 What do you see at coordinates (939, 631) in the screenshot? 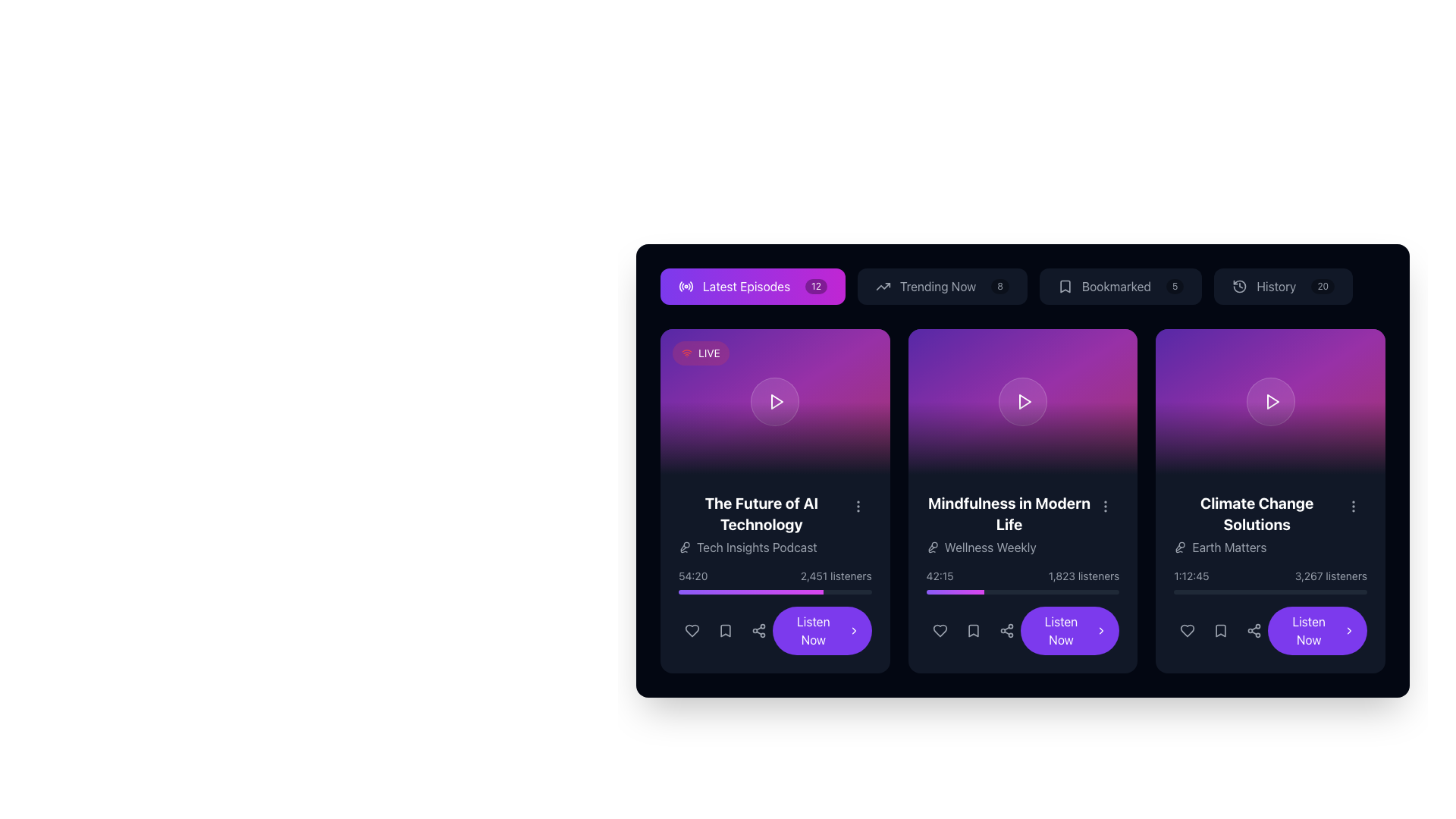
I see `the heart-shaped icon with a gray outline located at the bottom of the second card` at bounding box center [939, 631].